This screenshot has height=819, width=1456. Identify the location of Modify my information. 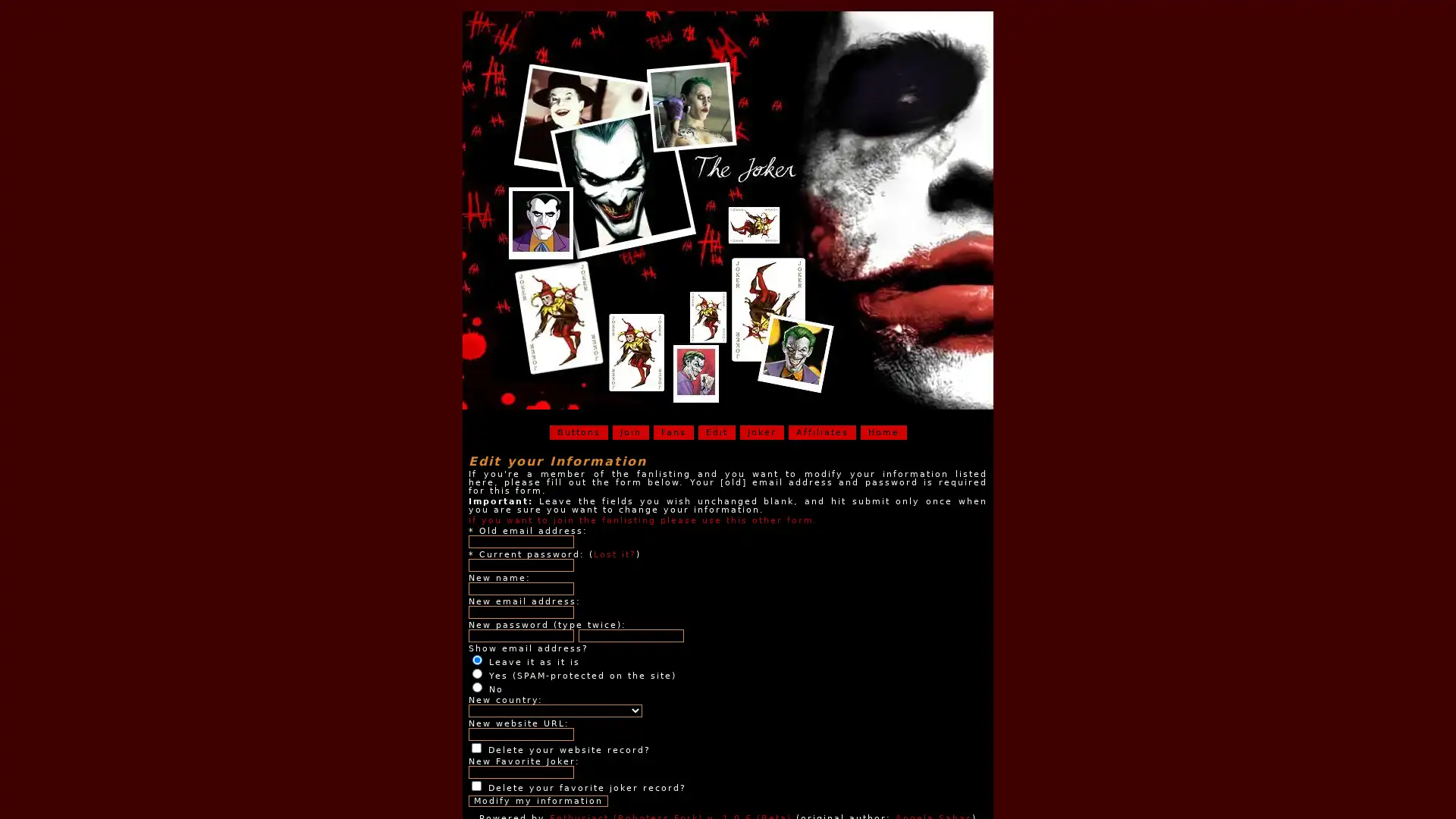
(538, 799).